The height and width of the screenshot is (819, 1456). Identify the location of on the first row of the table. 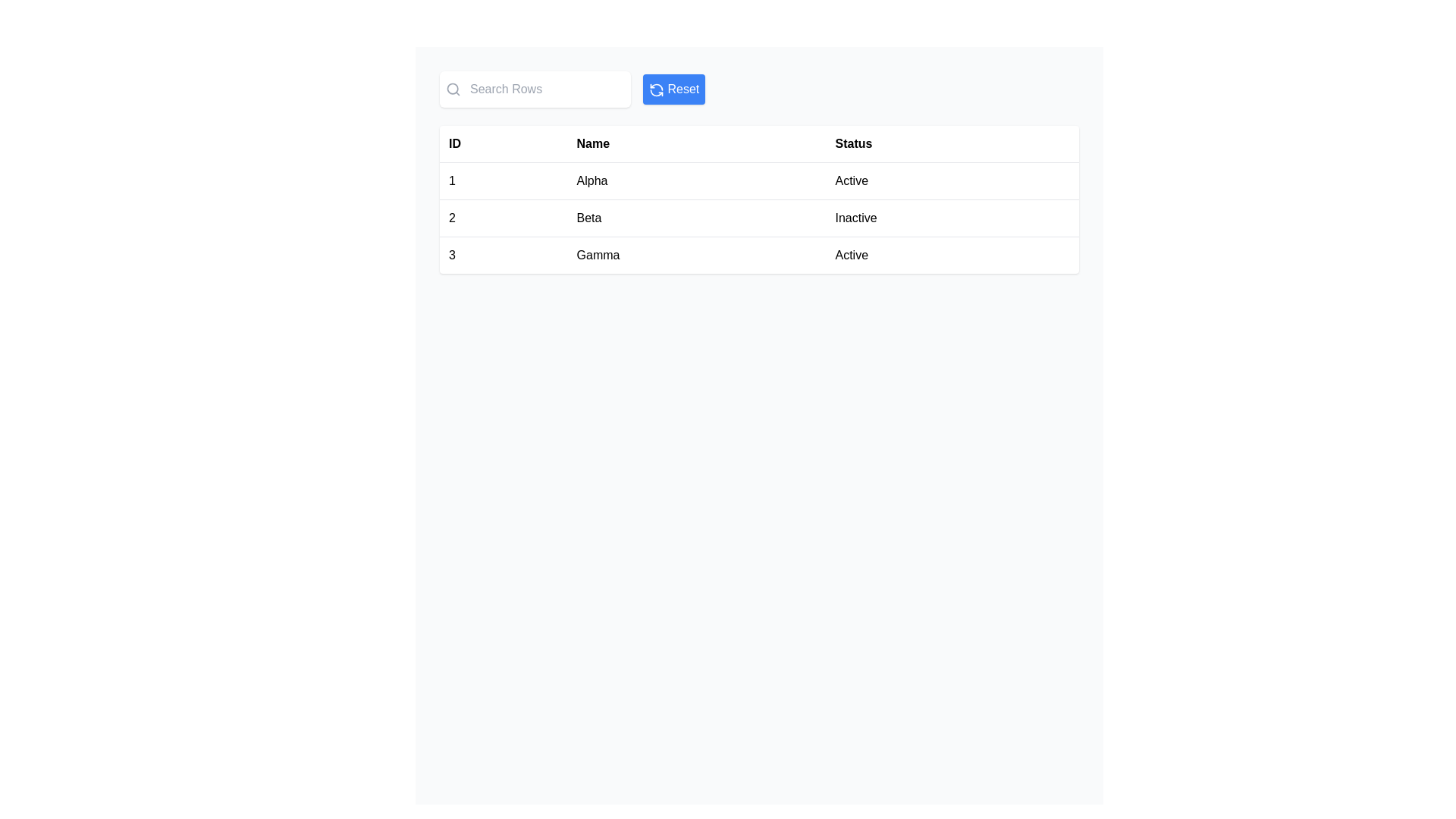
(759, 180).